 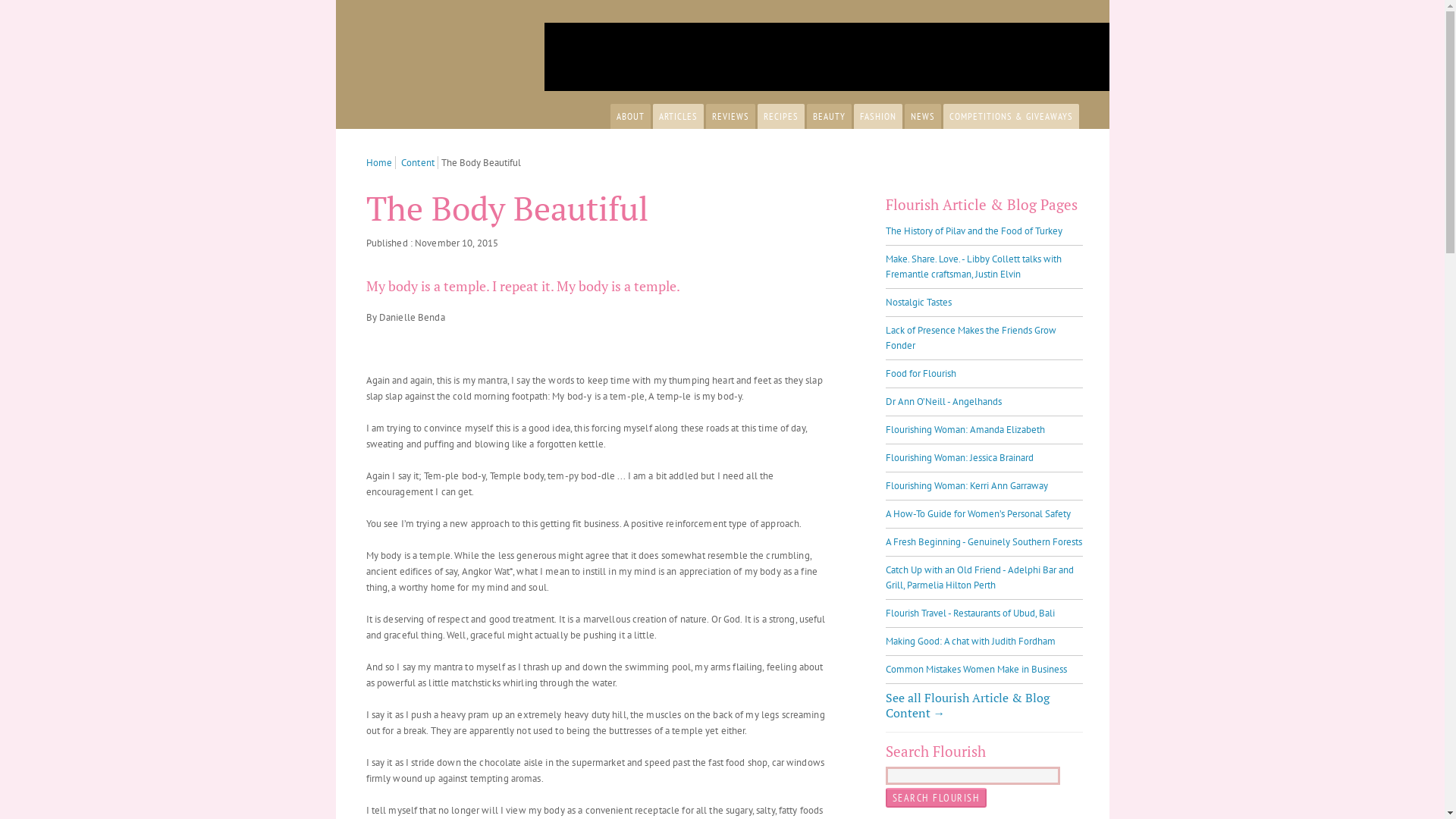 What do you see at coordinates (828, 115) in the screenshot?
I see `'BEAUTY'` at bounding box center [828, 115].